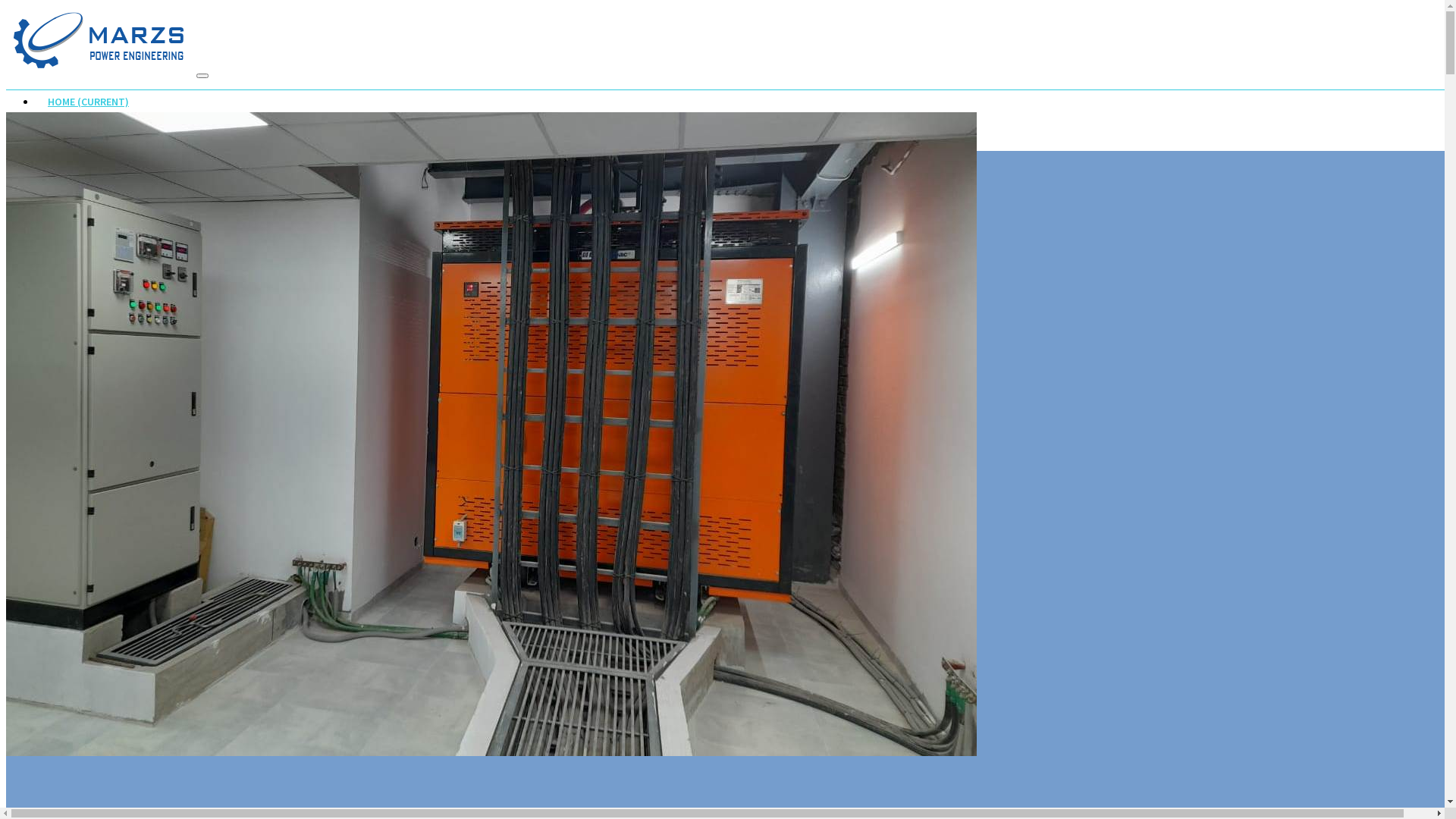 This screenshot has height=819, width=1456. I want to click on 'CONTACT US', so click(77, 162).